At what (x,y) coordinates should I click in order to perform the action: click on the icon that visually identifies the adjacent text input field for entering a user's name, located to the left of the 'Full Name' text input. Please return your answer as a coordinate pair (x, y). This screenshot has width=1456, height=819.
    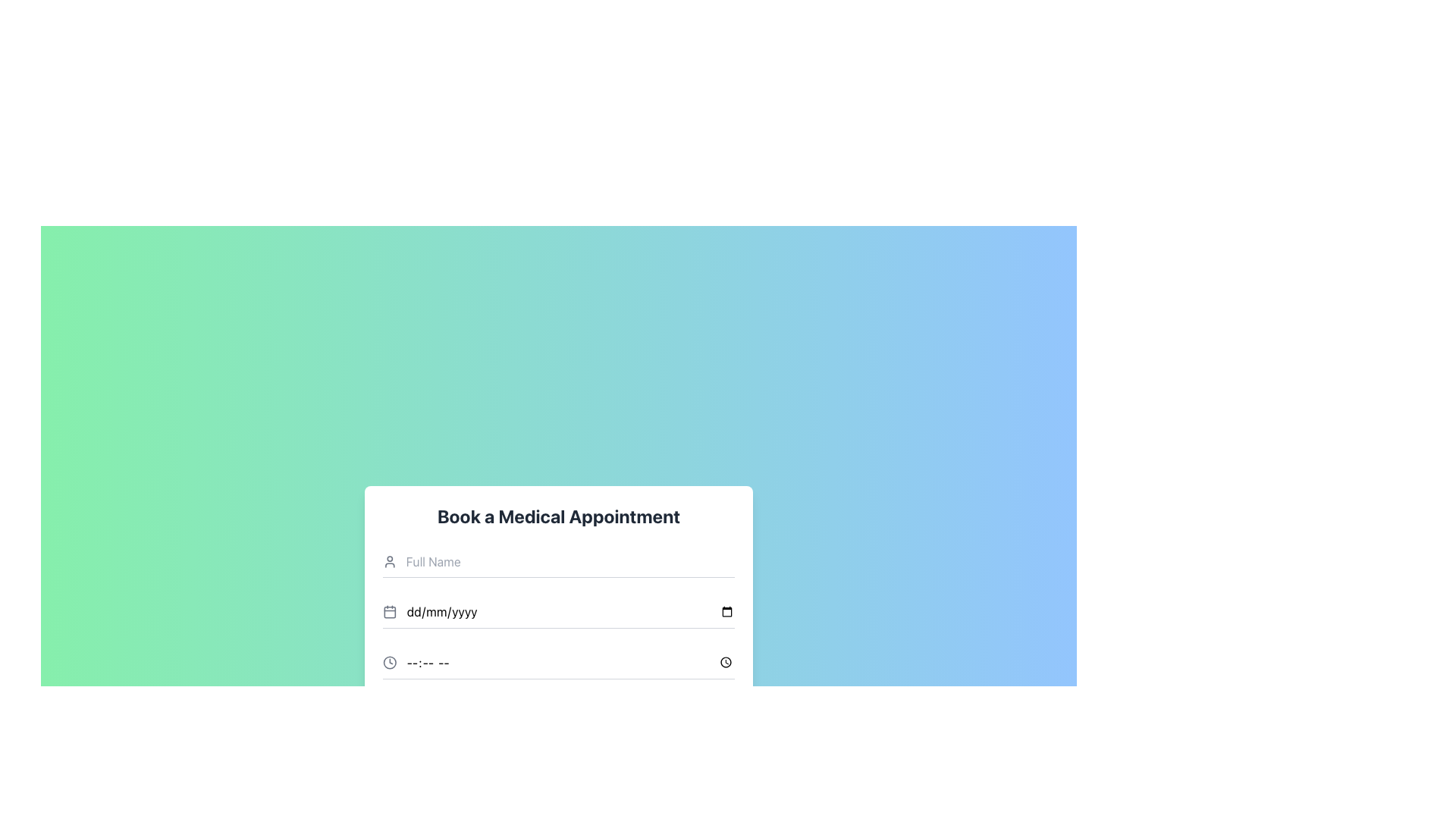
    Looking at the image, I should click on (390, 561).